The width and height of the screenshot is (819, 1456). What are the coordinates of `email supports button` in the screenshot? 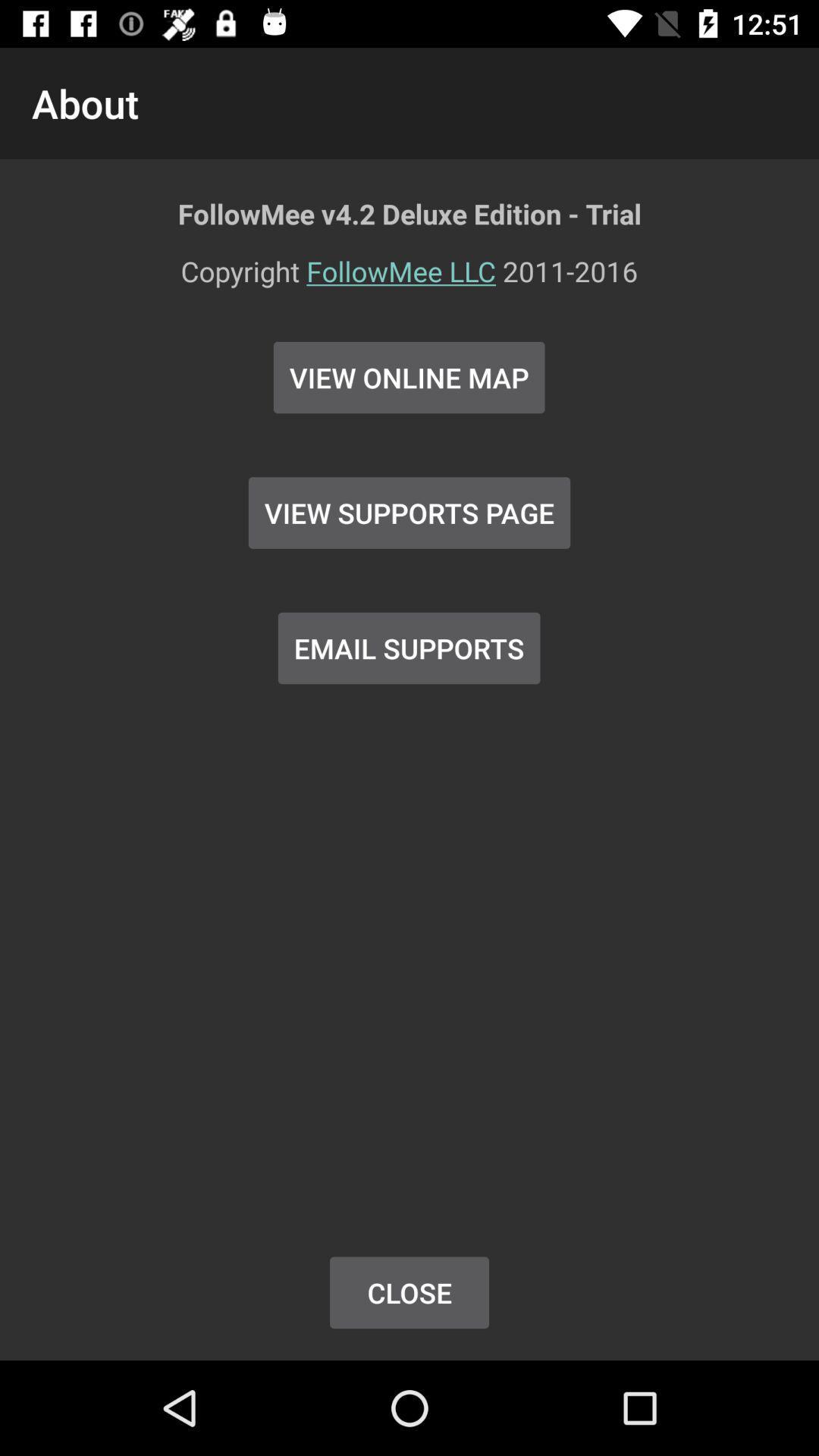 It's located at (408, 648).